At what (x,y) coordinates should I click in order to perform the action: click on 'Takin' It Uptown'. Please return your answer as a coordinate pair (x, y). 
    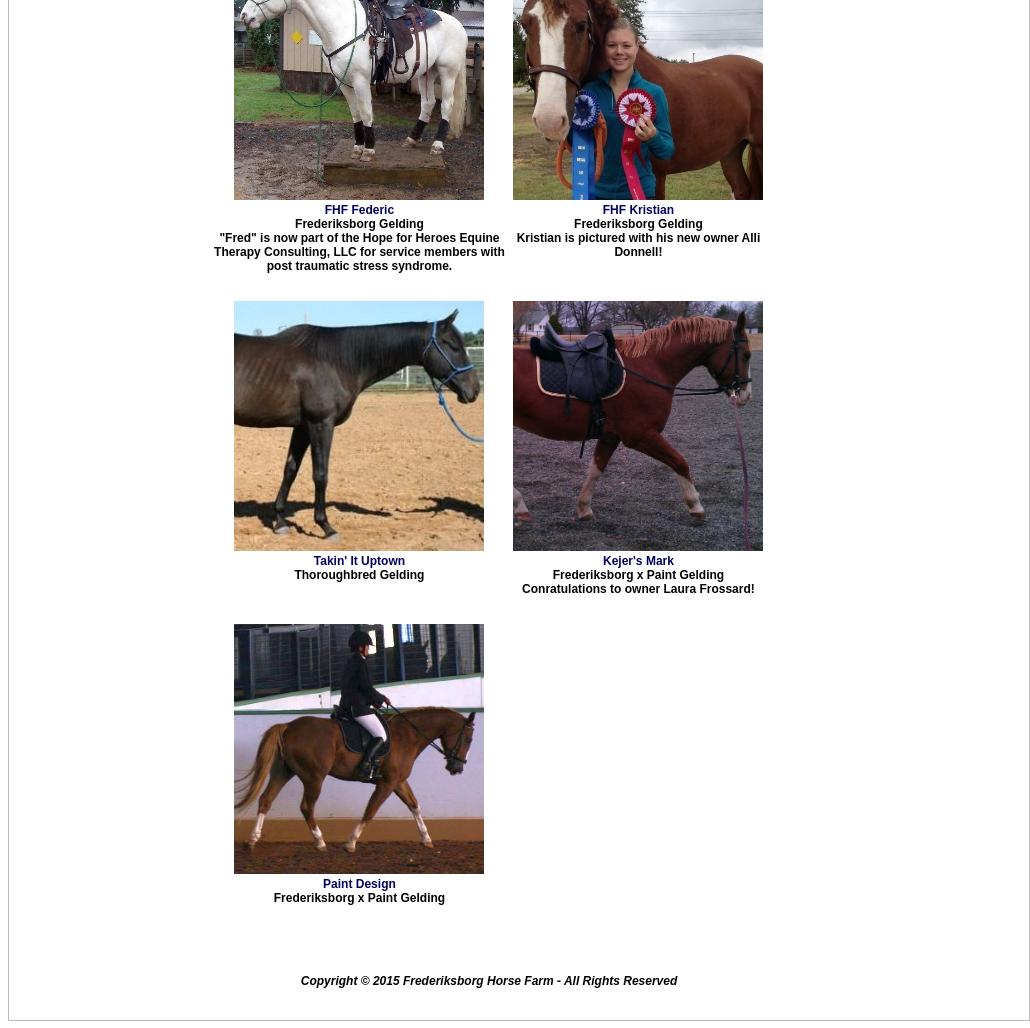
    Looking at the image, I should click on (358, 560).